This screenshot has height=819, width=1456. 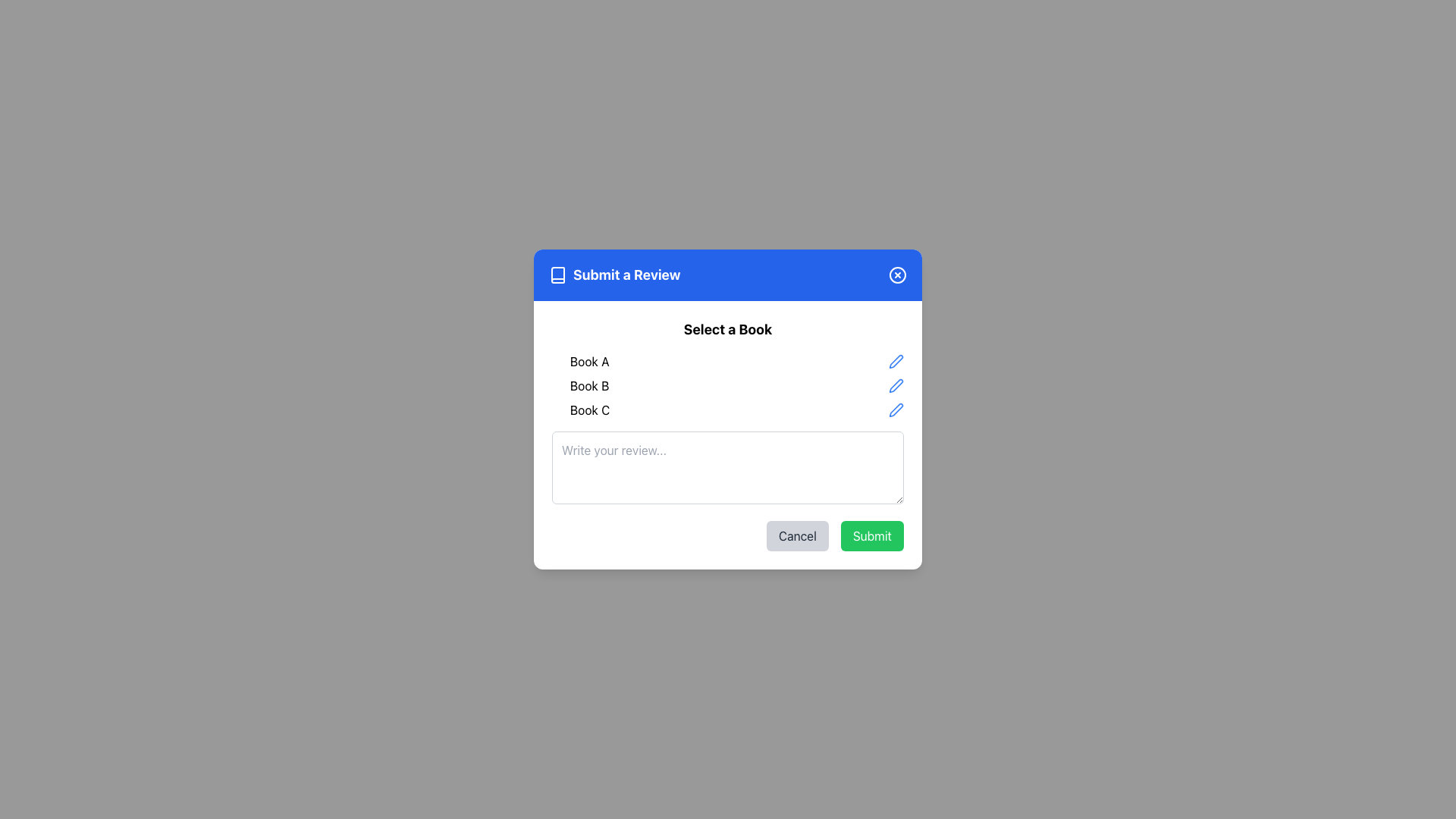 What do you see at coordinates (896, 384) in the screenshot?
I see `the blue pen icon located to the right of the label 'Book B'` at bounding box center [896, 384].